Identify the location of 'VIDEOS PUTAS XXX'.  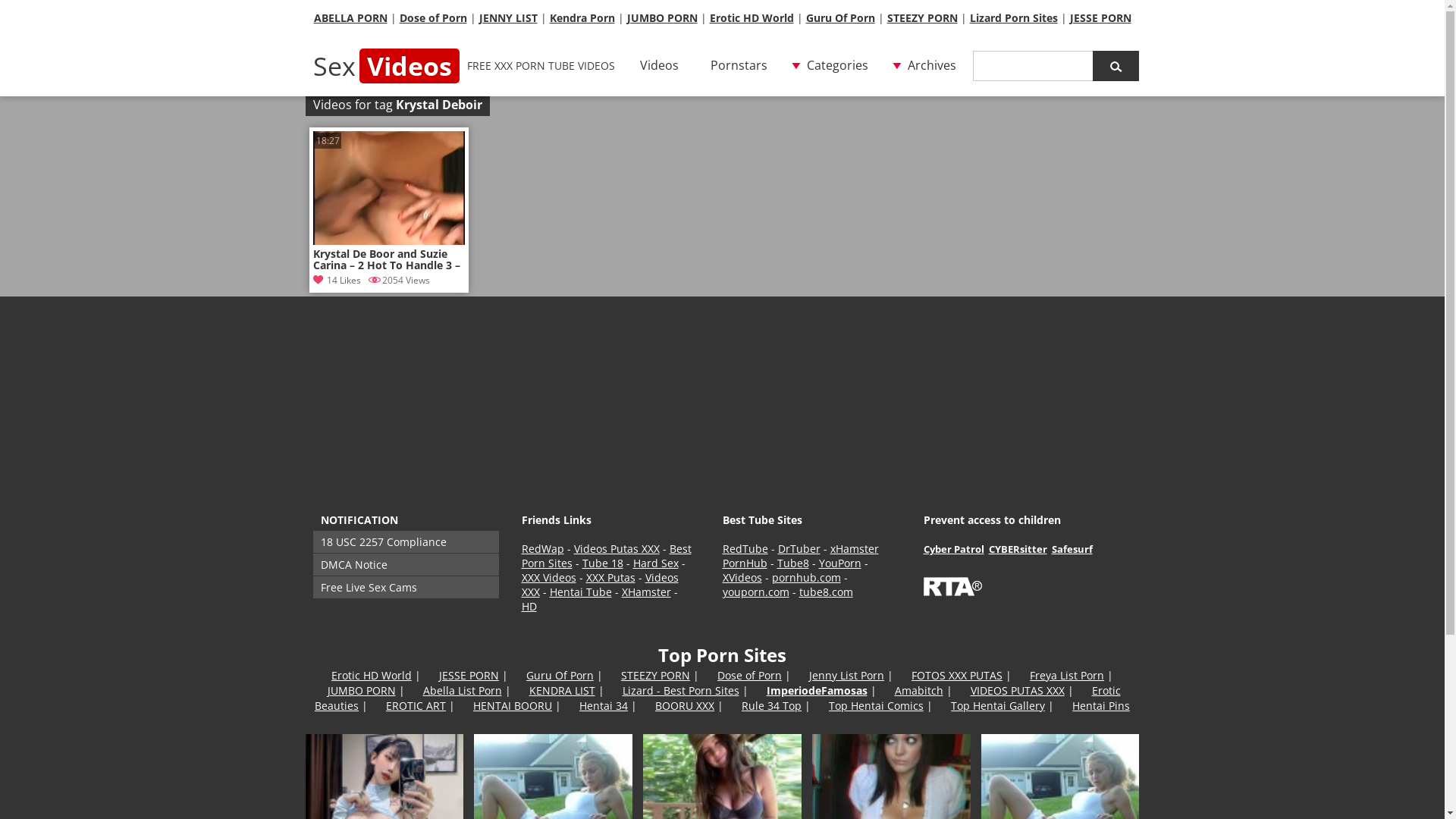
(1018, 690).